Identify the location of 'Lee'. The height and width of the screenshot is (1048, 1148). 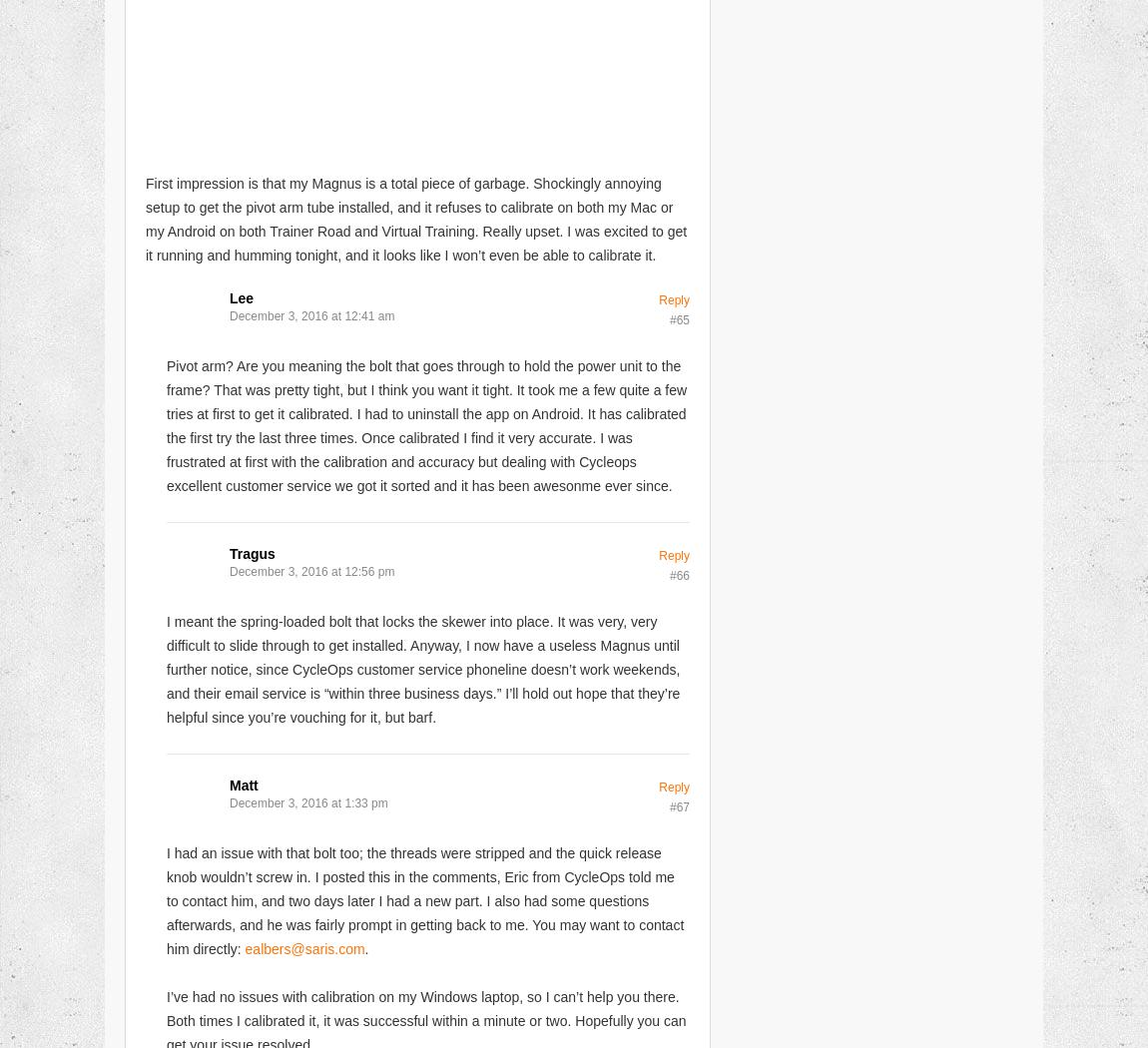
(240, 295).